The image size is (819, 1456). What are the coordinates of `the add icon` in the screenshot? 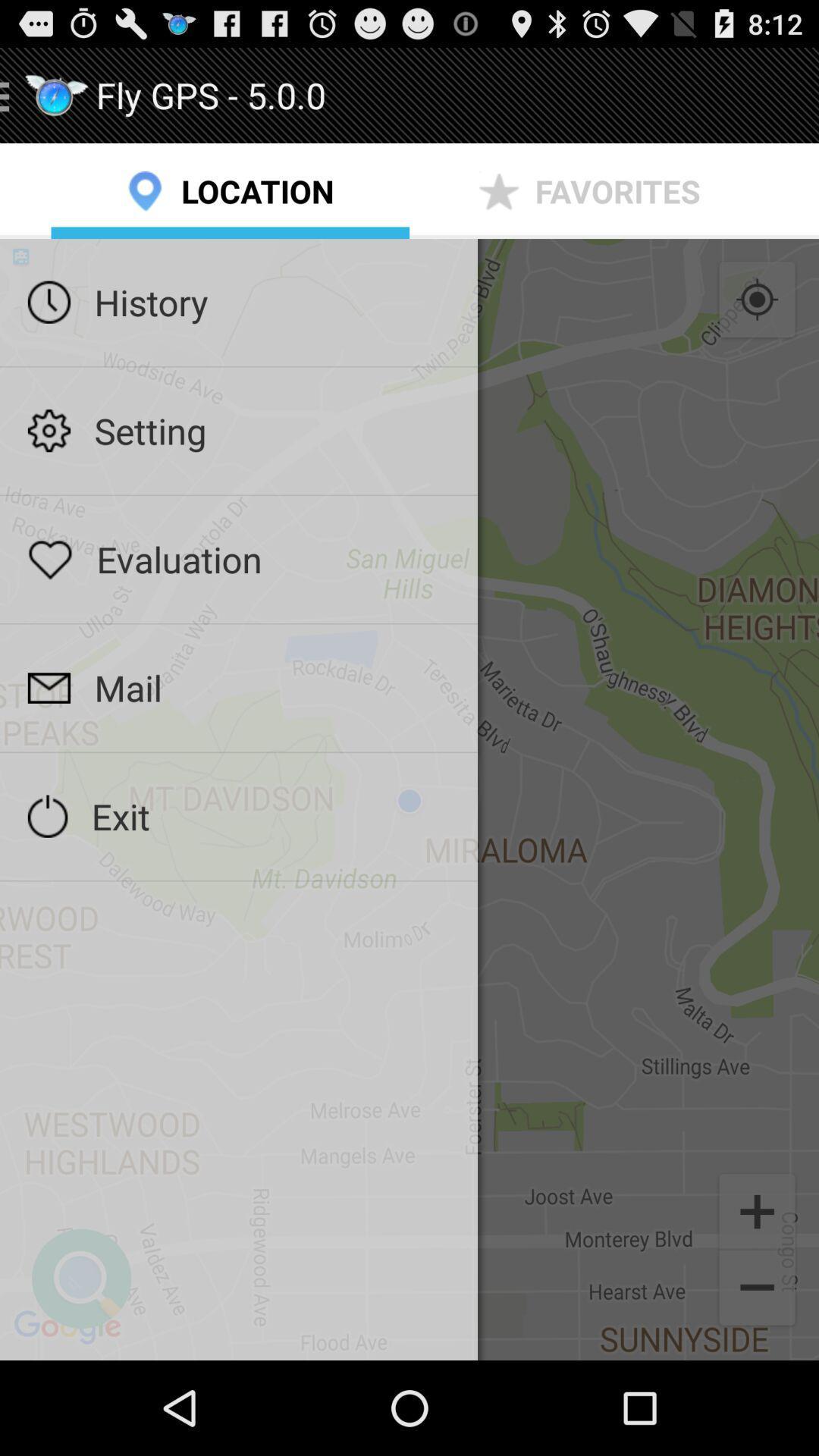 It's located at (757, 1294).